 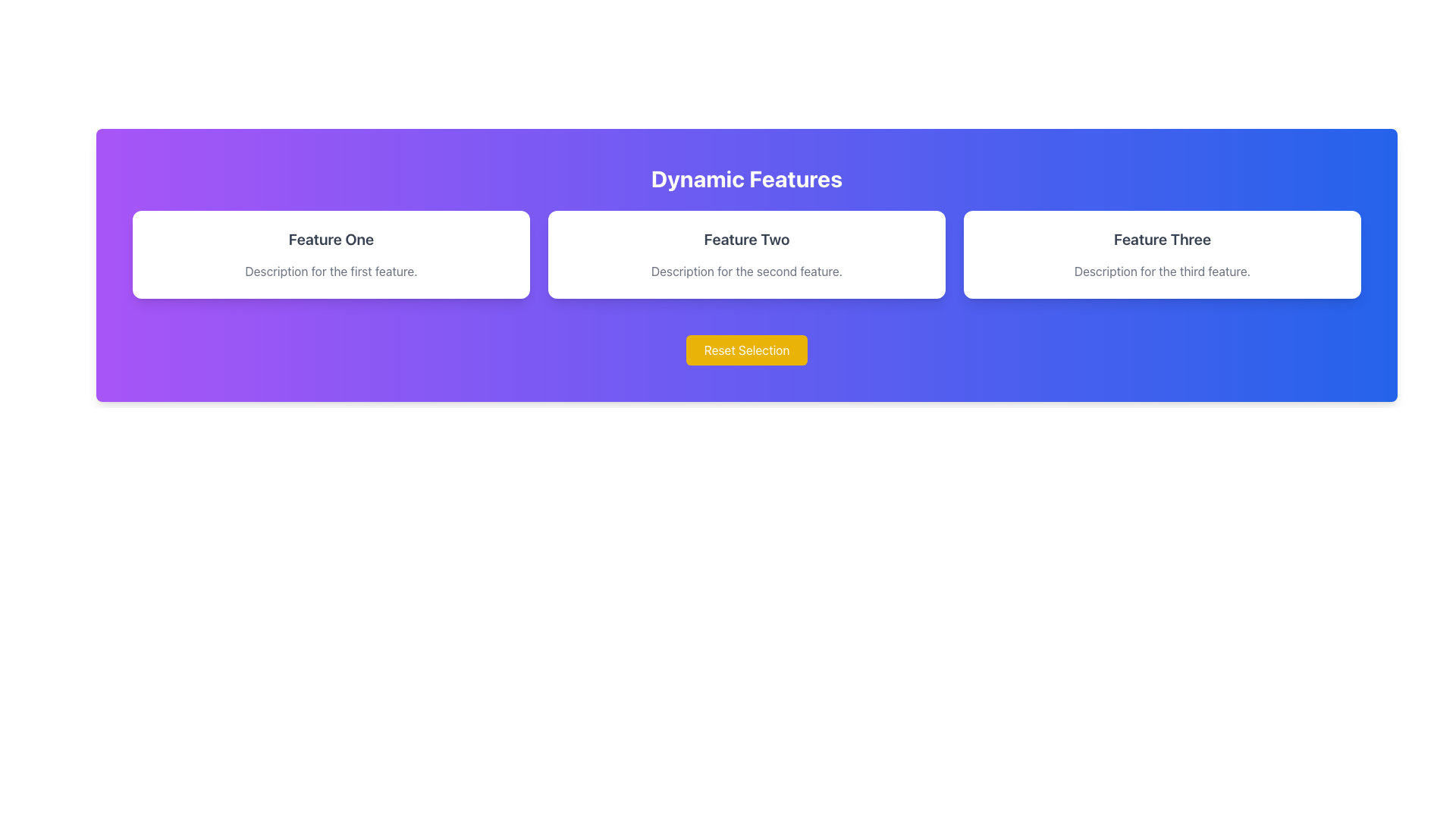 What do you see at coordinates (746, 253) in the screenshot?
I see `the second card in the horizontally aligned row of three cards within the 'Dynamic Features' section` at bounding box center [746, 253].